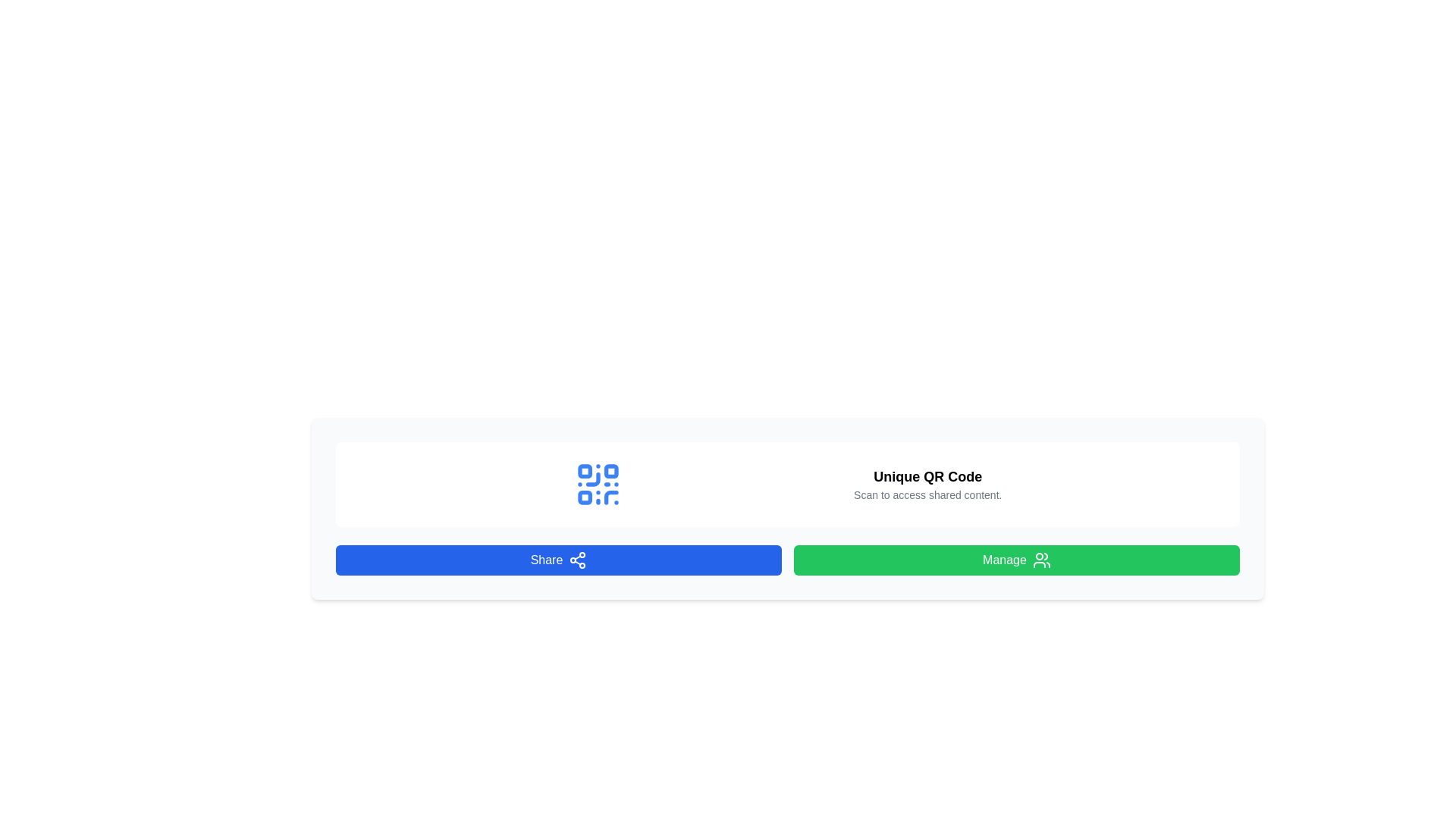  I want to click on the small blue square with rounded corners that is part of the QR code design, located in the top-left corner of the QR code graphic, so click(584, 470).